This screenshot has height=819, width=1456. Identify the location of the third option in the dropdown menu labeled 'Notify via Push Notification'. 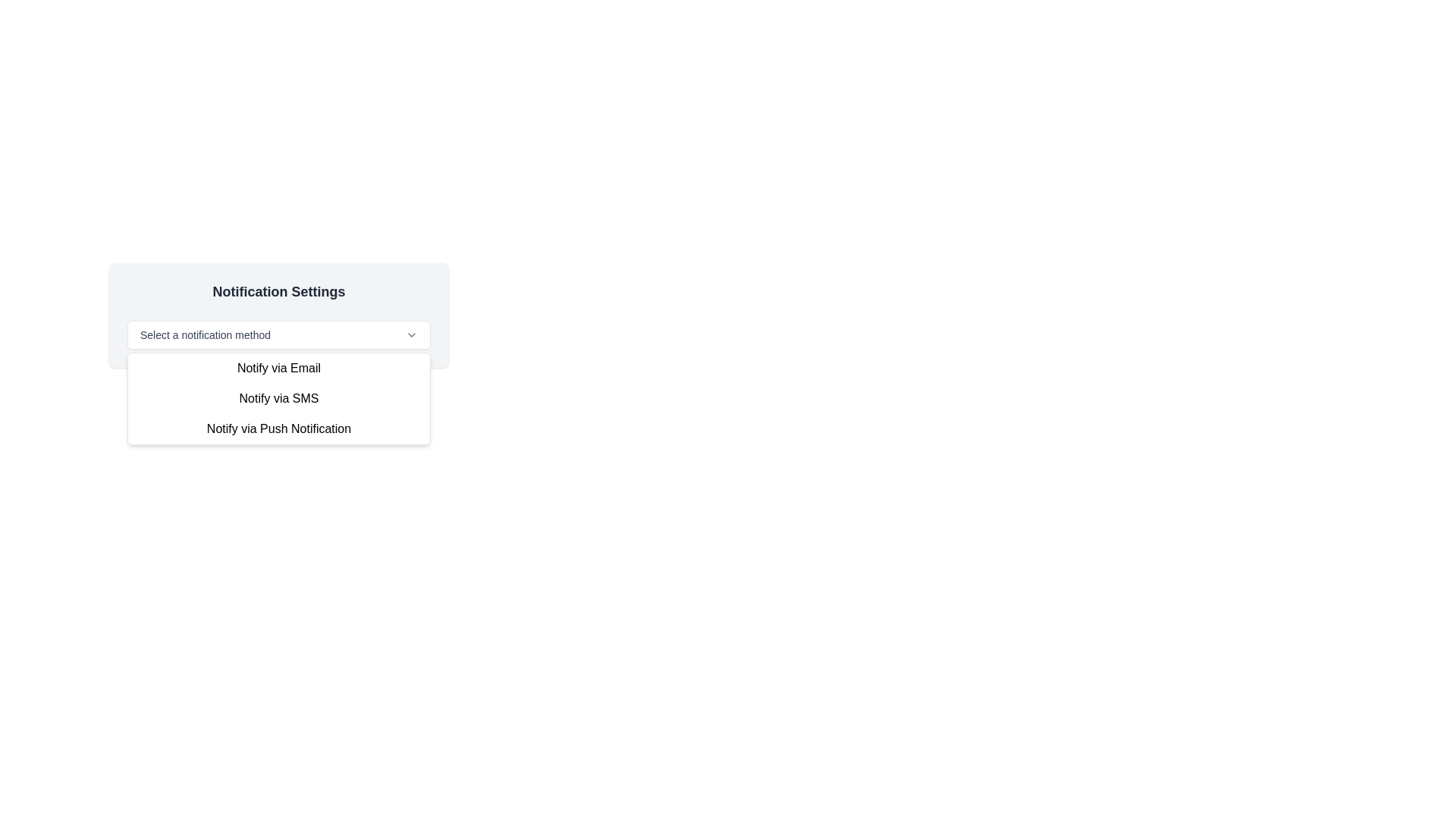
(279, 429).